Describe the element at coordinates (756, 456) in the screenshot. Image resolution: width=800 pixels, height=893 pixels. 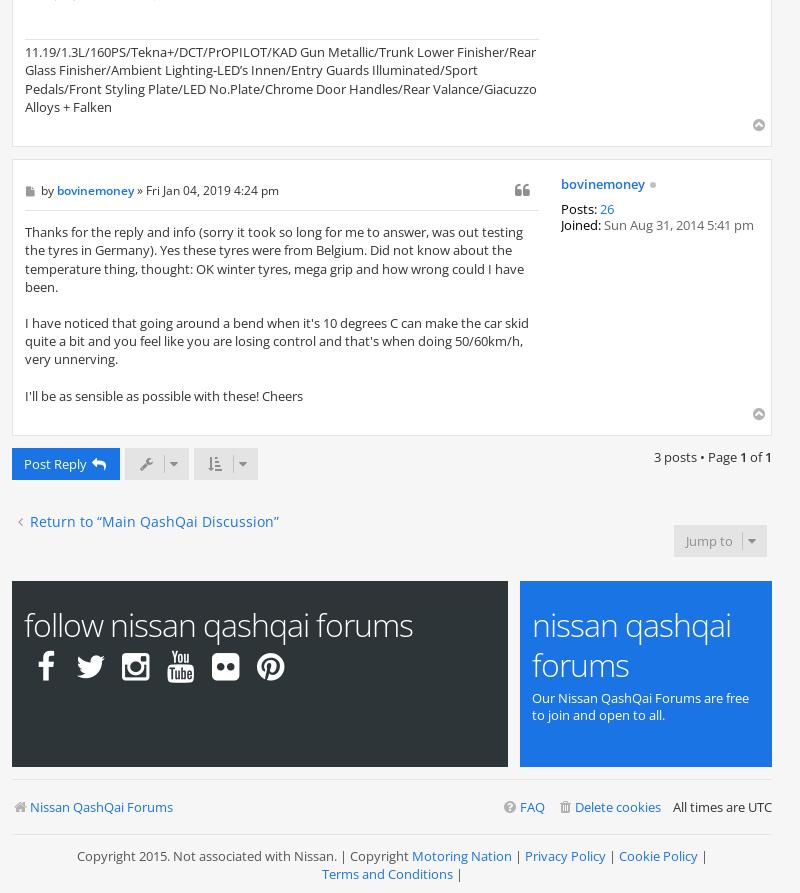
I see `'of'` at that location.